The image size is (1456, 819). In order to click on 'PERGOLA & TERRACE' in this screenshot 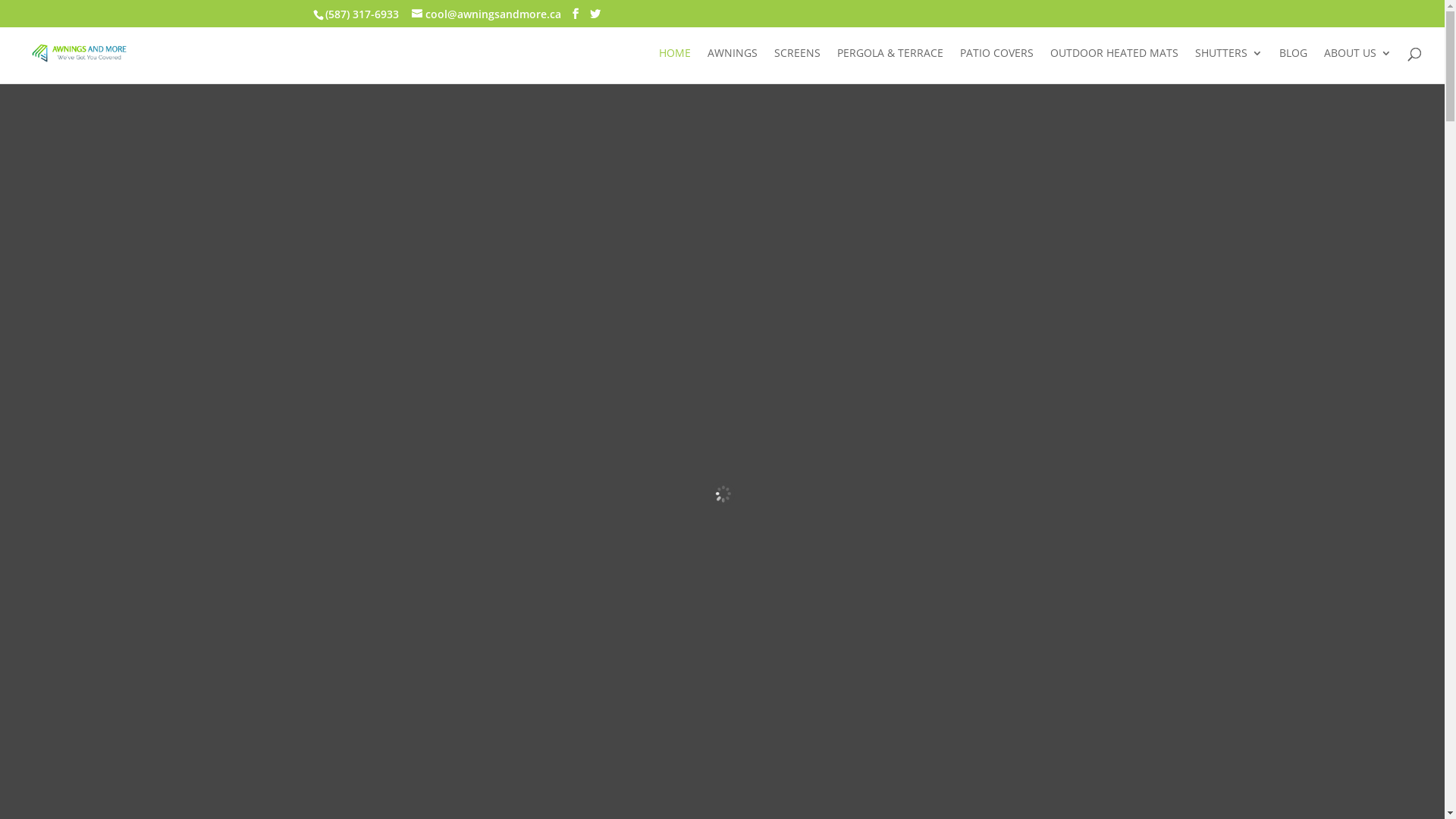, I will do `click(890, 64)`.